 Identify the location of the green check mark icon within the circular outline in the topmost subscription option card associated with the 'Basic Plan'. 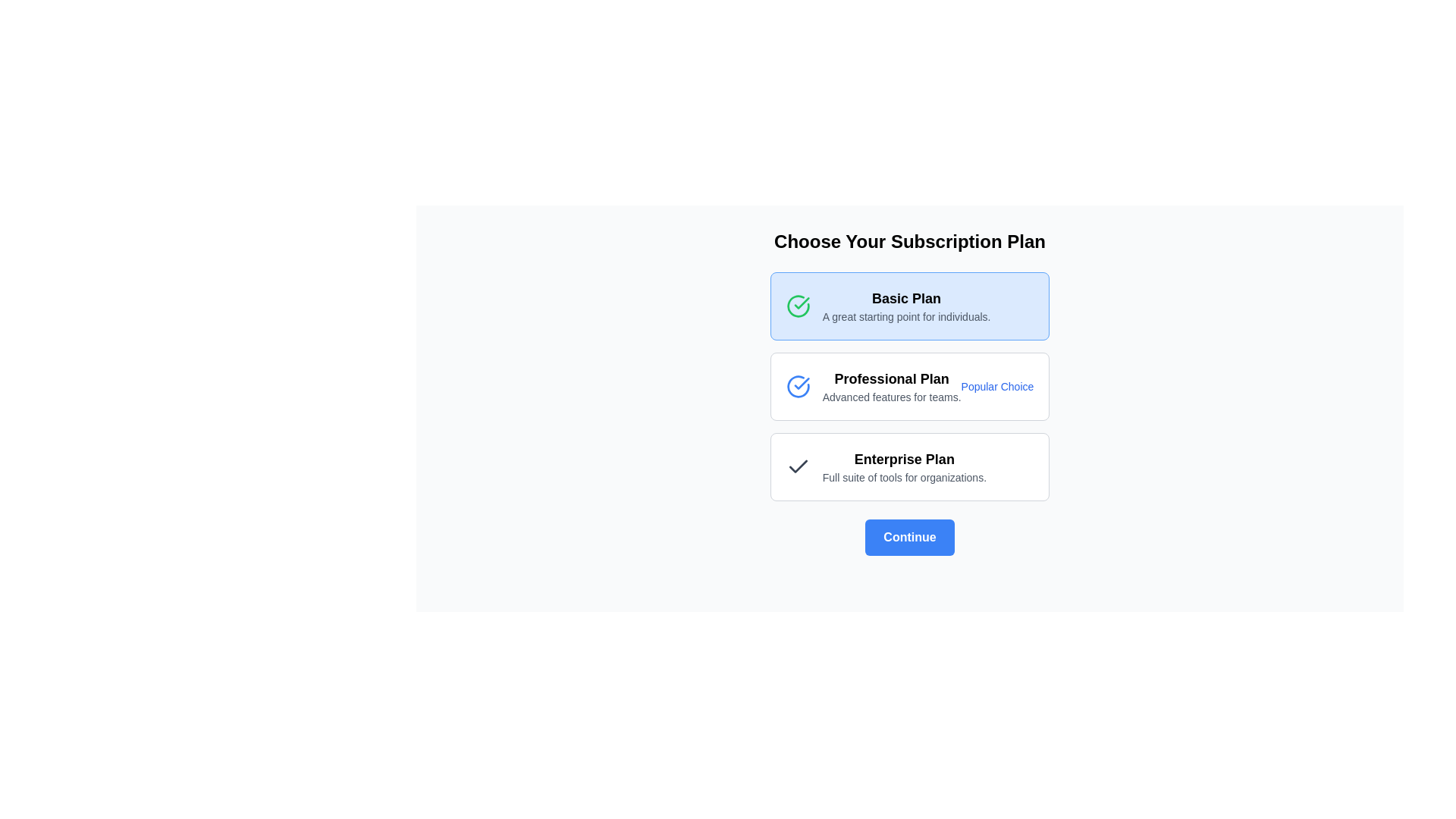
(801, 303).